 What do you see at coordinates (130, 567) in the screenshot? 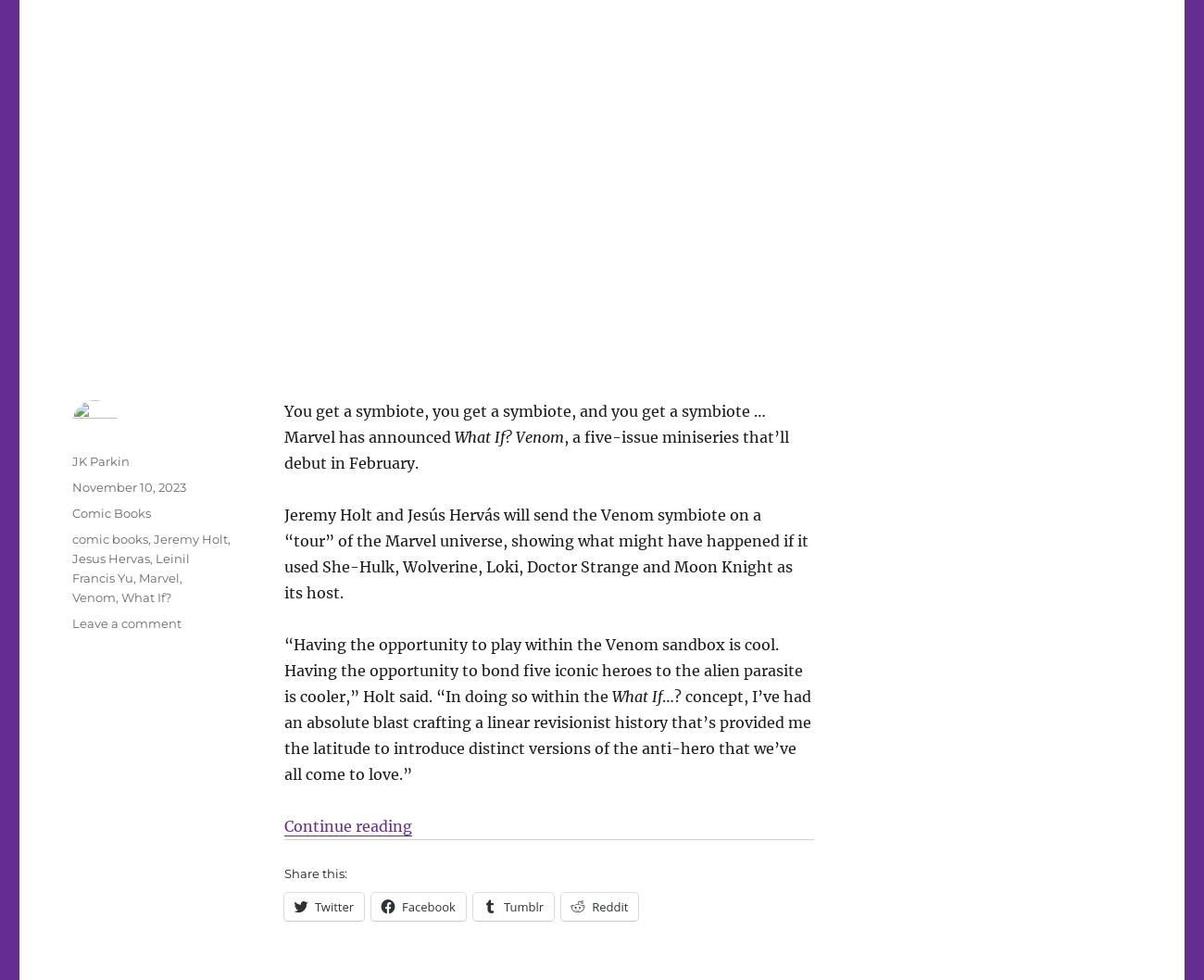
I see `'Leinil Francis Yu'` at bounding box center [130, 567].